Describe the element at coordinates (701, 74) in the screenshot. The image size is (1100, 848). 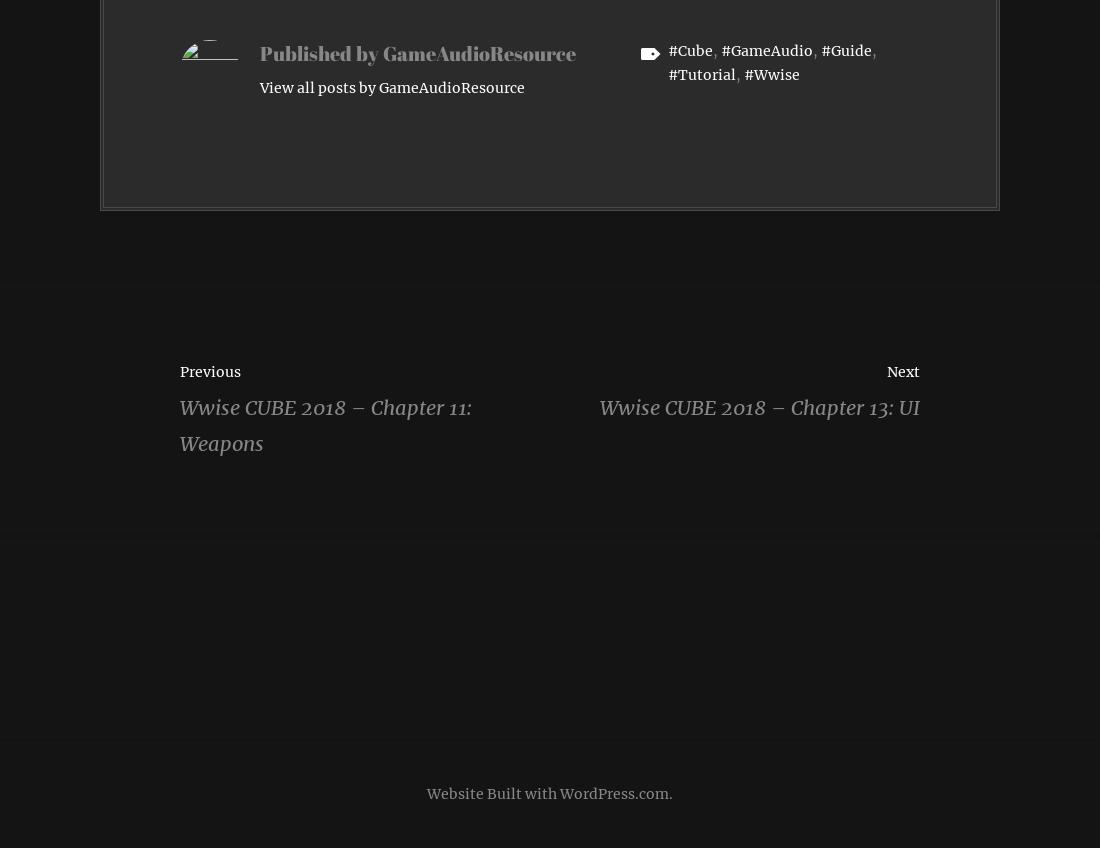
I see `'#Tutorial'` at that location.